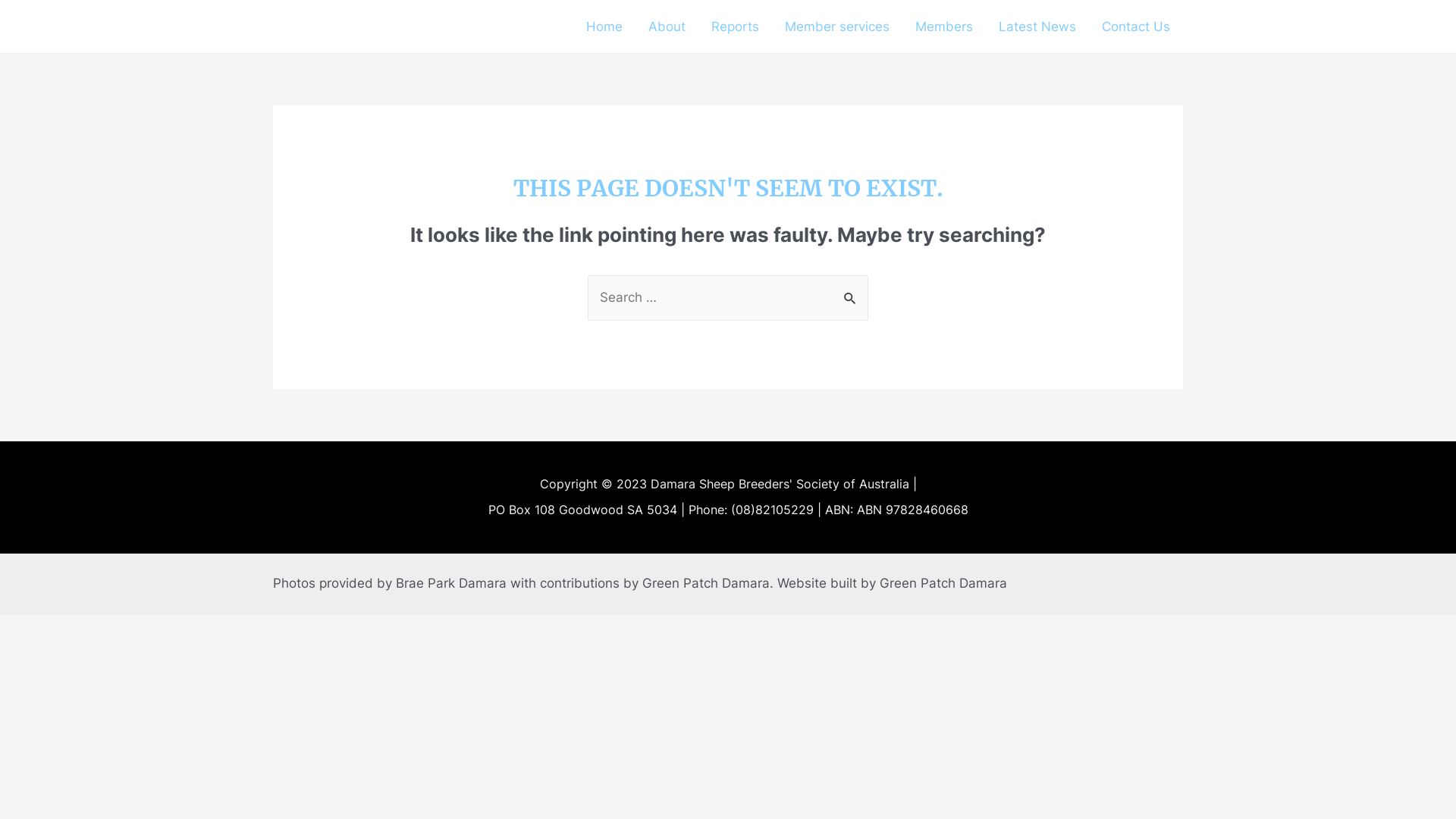  I want to click on 'Reports', so click(735, 26).